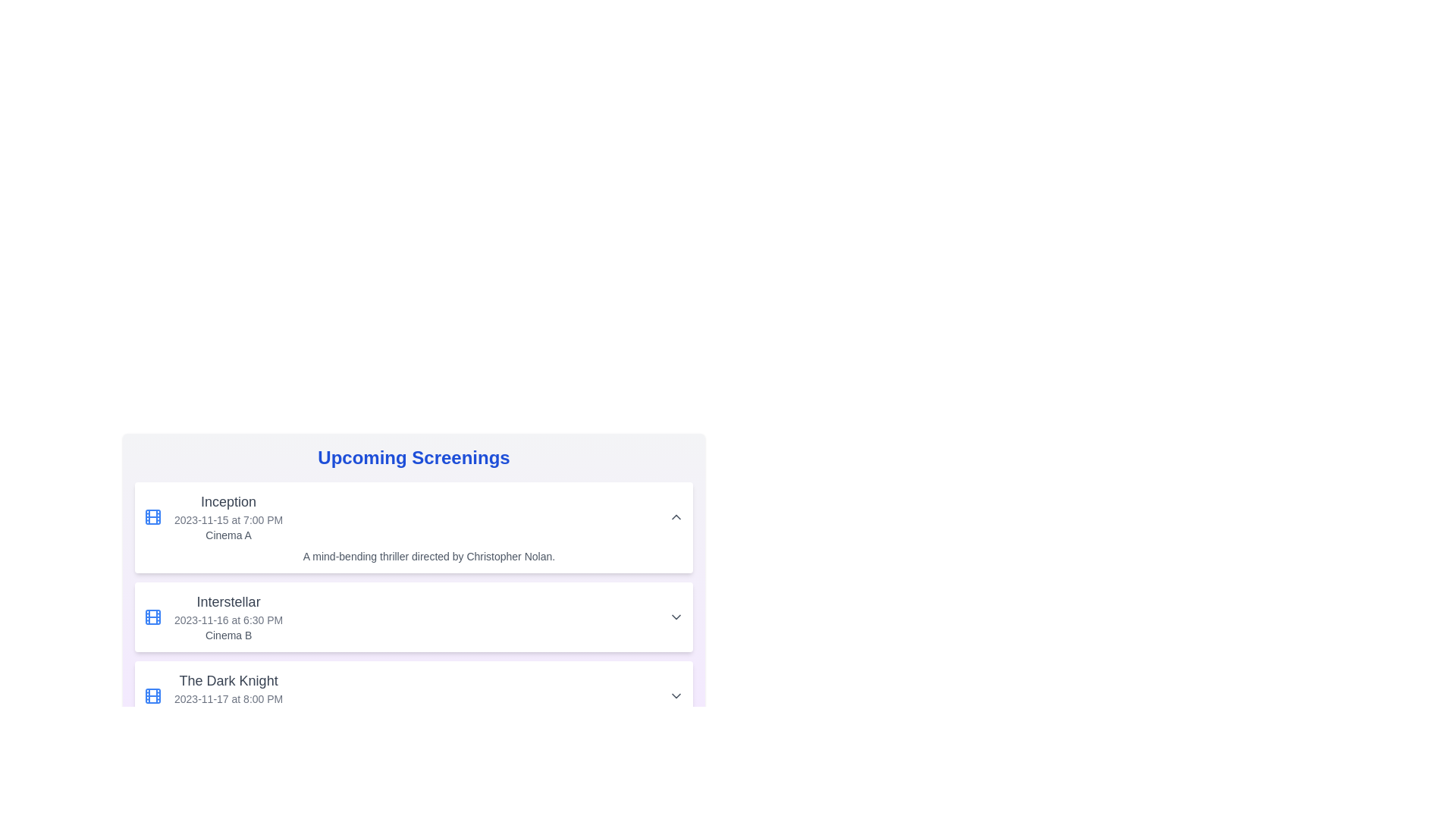  What do you see at coordinates (152, 696) in the screenshot?
I see `the movie icon representing 'The Dark Knight' in the third section of the 'Upcoming Screenings' list` at bounding box center [152, 696].